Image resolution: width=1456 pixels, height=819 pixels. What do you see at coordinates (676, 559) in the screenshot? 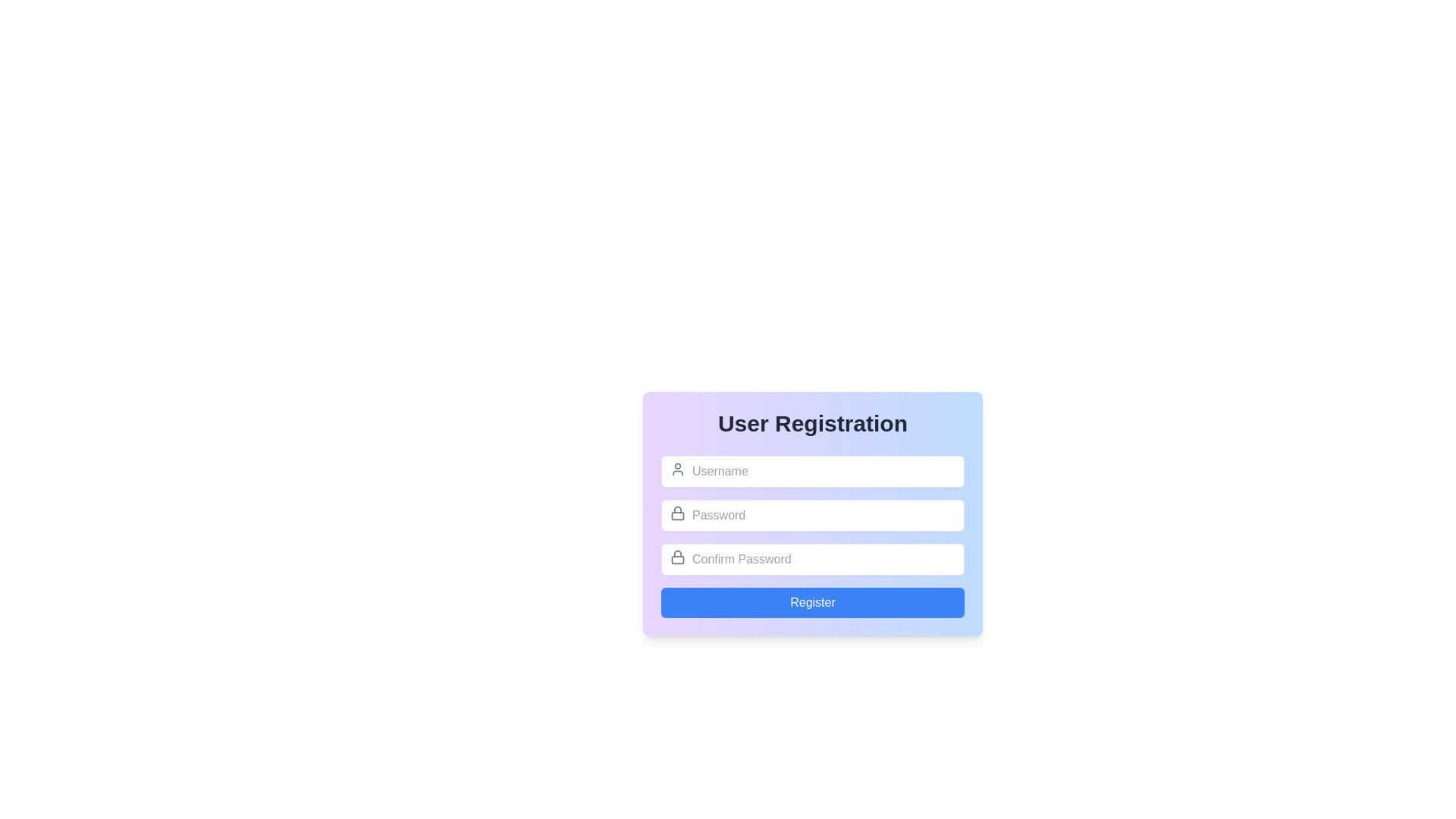
I see `the lower section of the 'lock' icon, which symbolizes security for the 'Confirm Password' input field` at bounding box center [676, 559].